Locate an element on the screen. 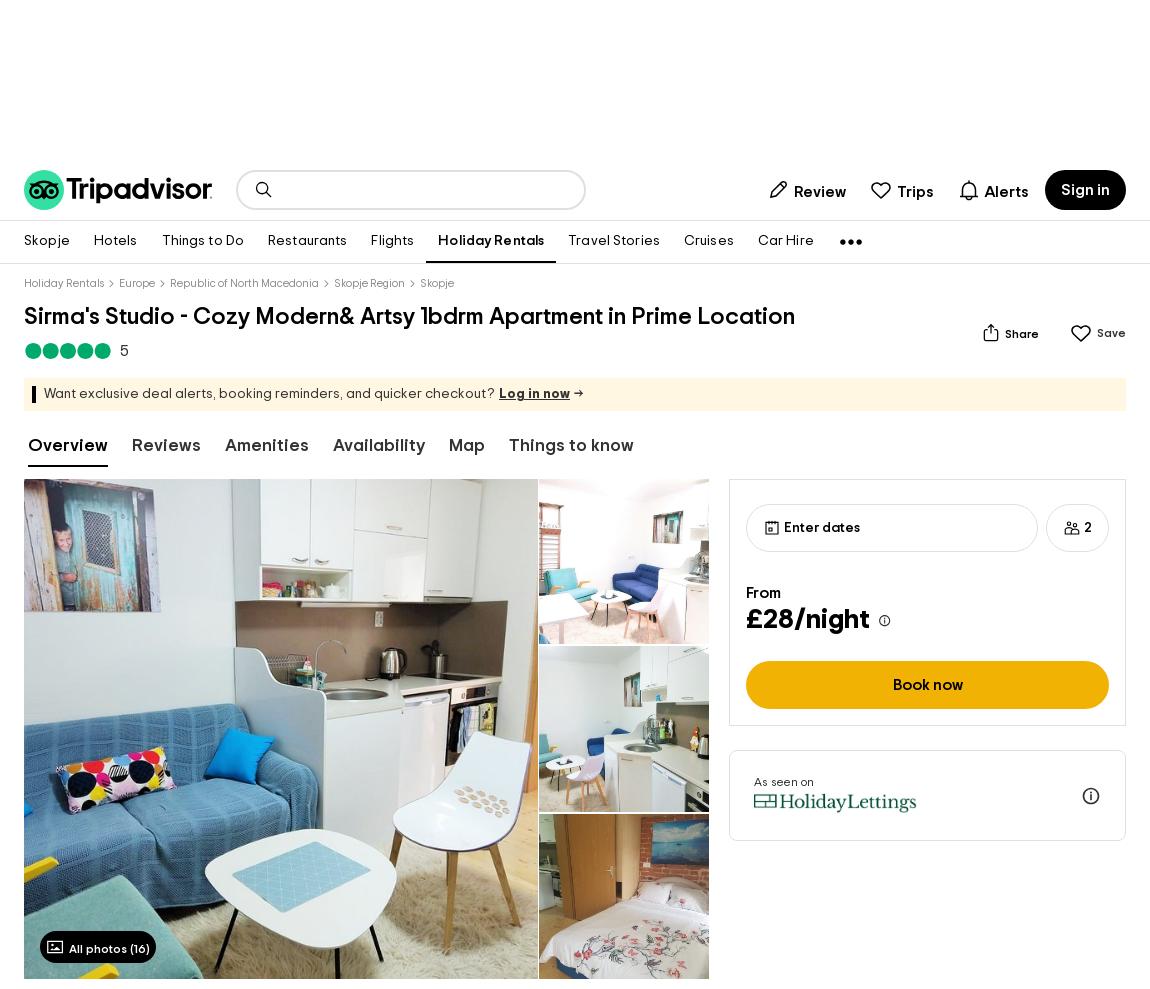 The height and width of the screenshot is (989, 1150). 'As seen on' is located at coordinates (782, 781).